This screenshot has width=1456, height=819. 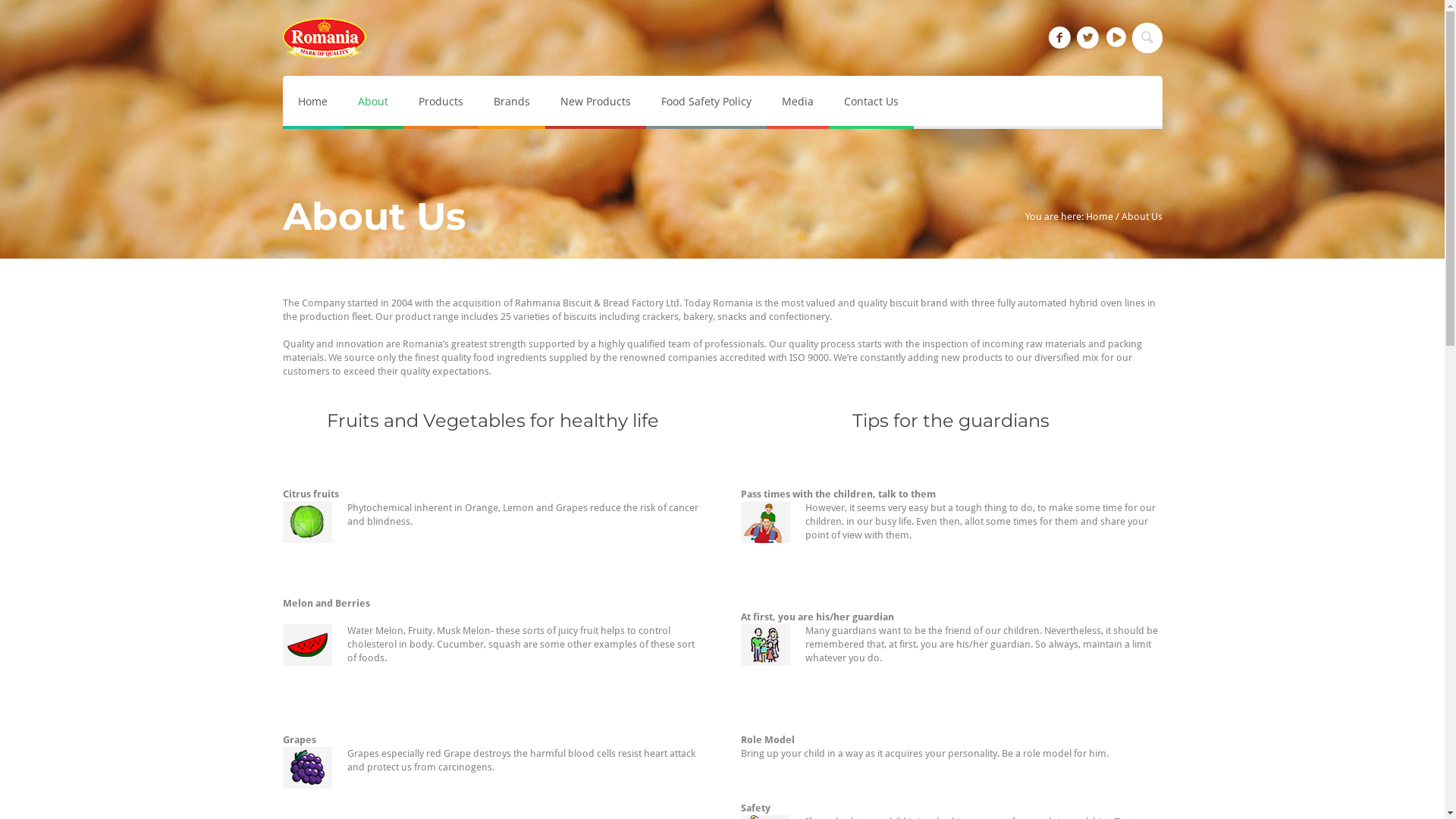 What do you see at coordinates (1115, 37) in the screenshot?
I see `'YouTube'` at bounding box center [1115, 37].